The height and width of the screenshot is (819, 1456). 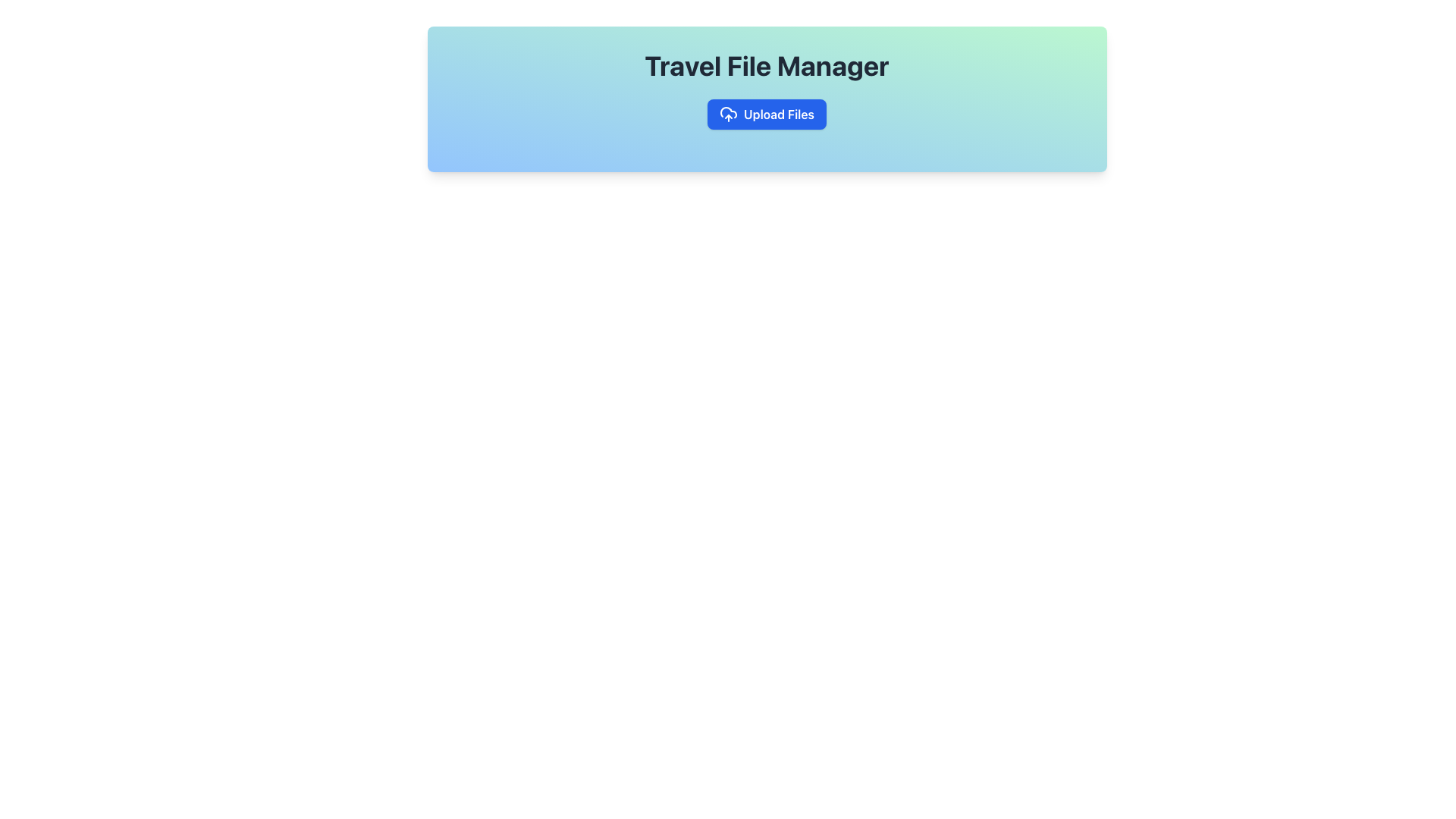 I want to click on the file upload button located below the 'Travel File Manager' title to visualize hover effects, so click(x=767, y=113).